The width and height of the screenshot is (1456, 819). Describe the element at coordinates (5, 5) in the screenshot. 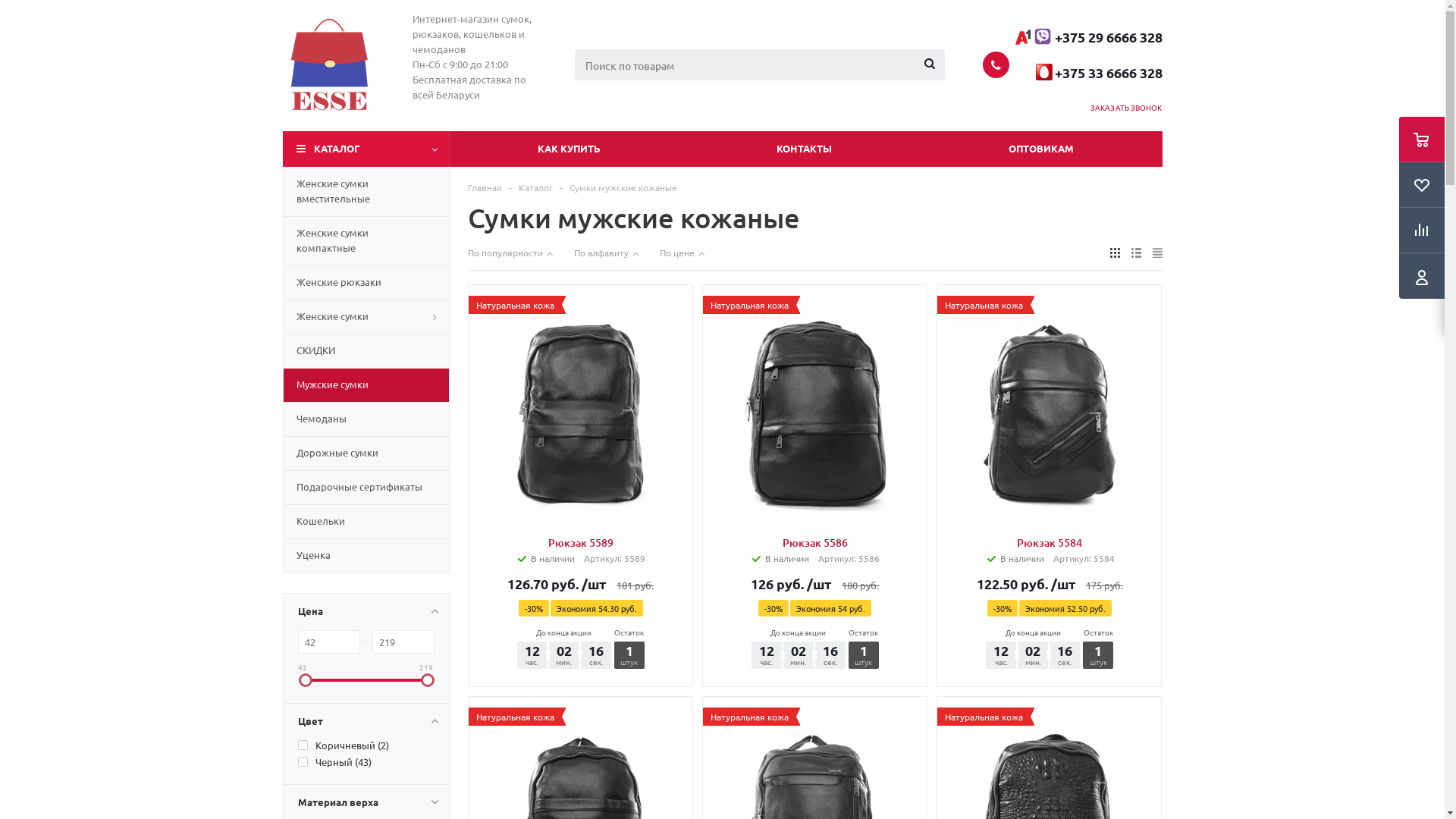

I see `'Y'` at that location.